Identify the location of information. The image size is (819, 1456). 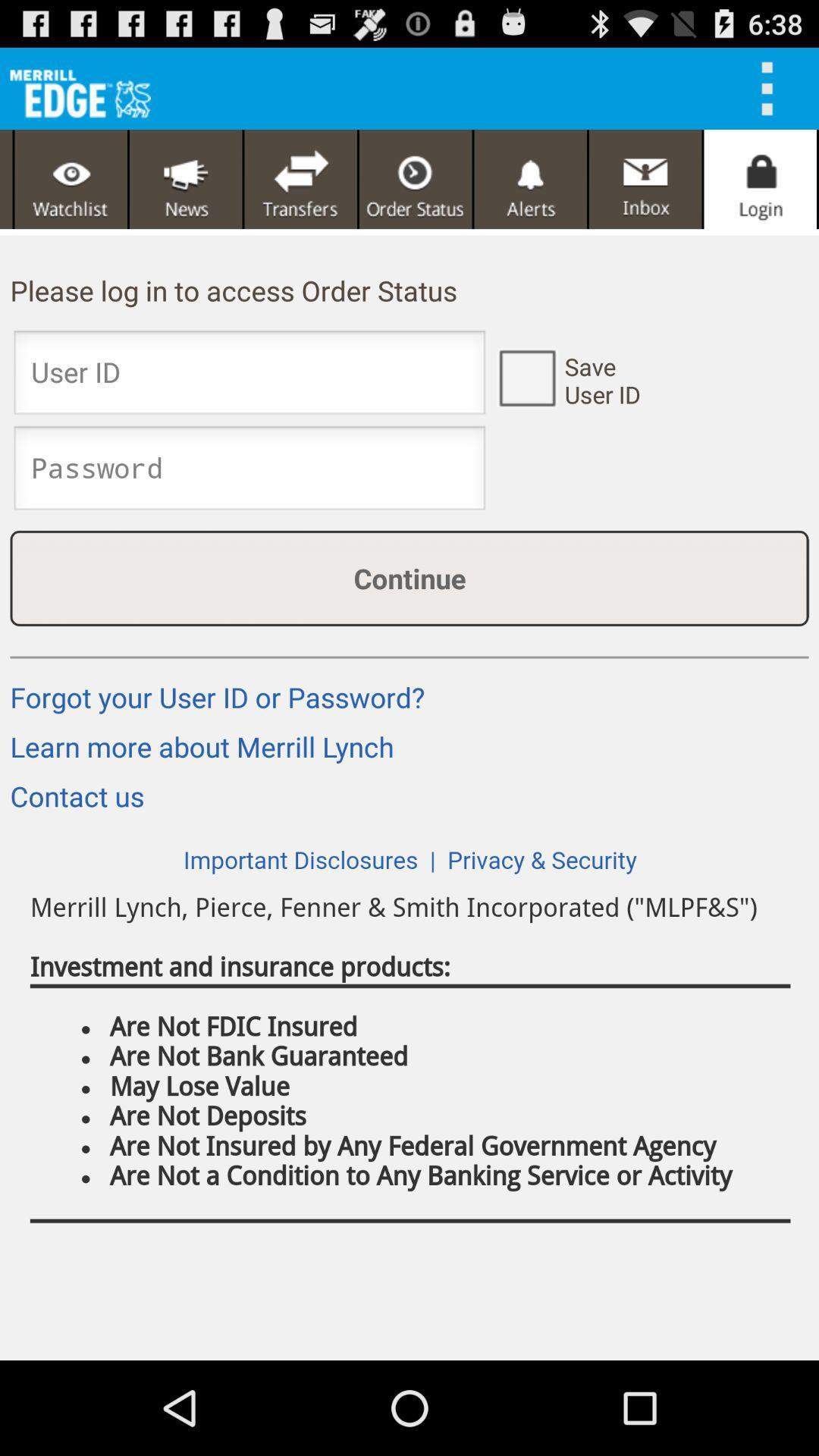
(526, 377).